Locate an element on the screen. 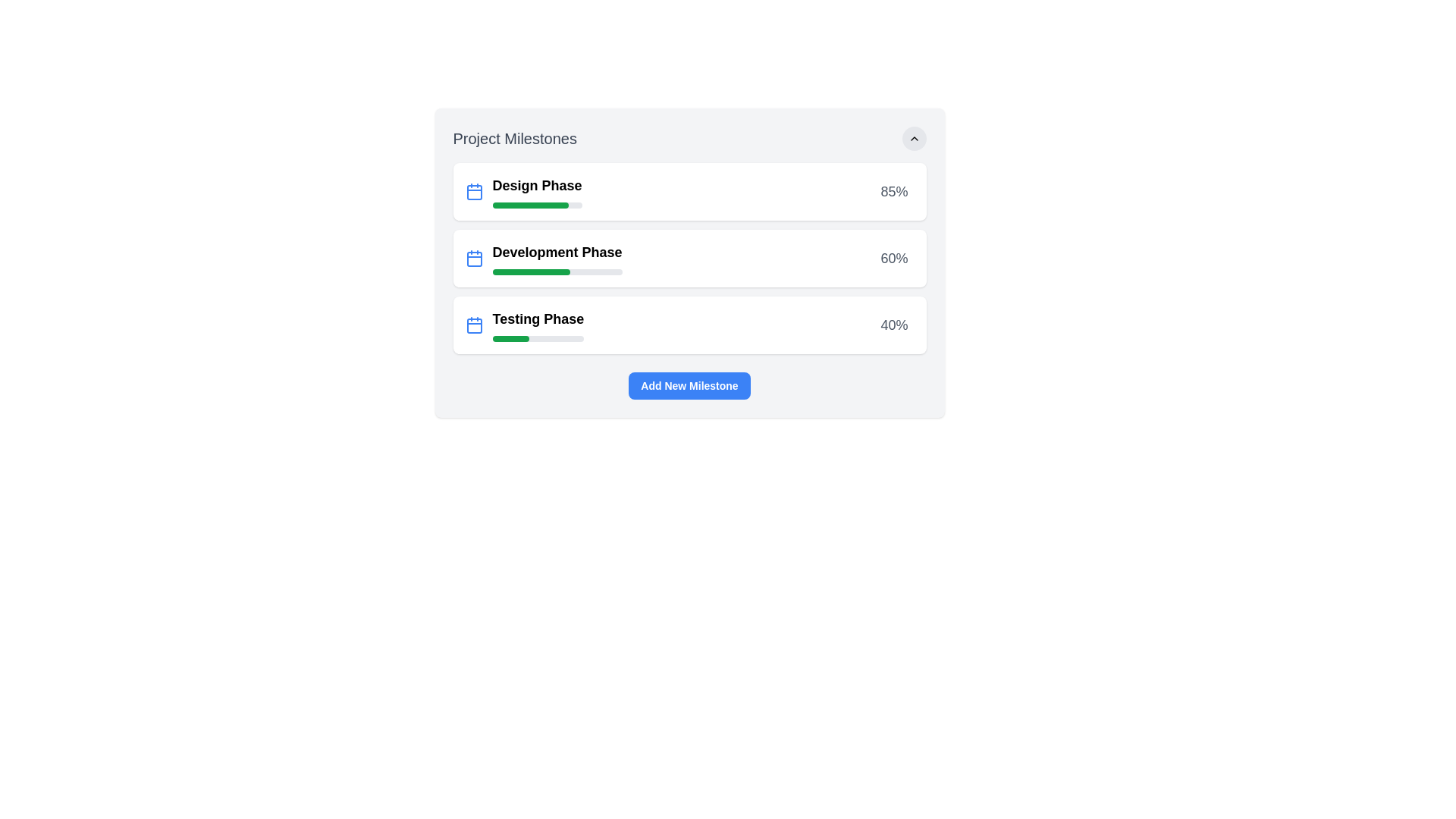  the milestone element labeled 'Design Phase' that includes a calendar icon and a green progress bar is located at coordinates (523, 191).